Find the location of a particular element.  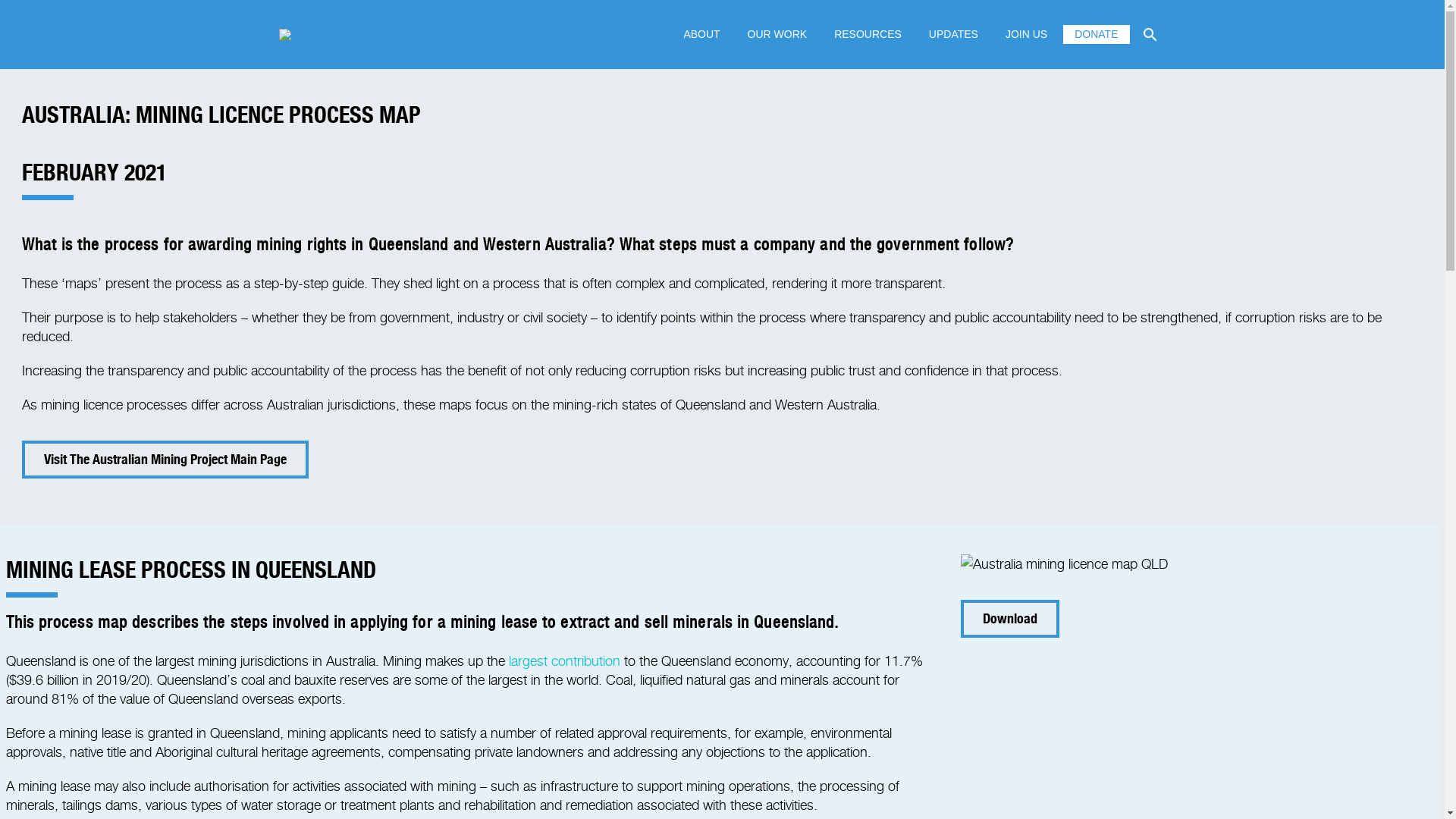

'Download' is located at coordinates (1010, 619).